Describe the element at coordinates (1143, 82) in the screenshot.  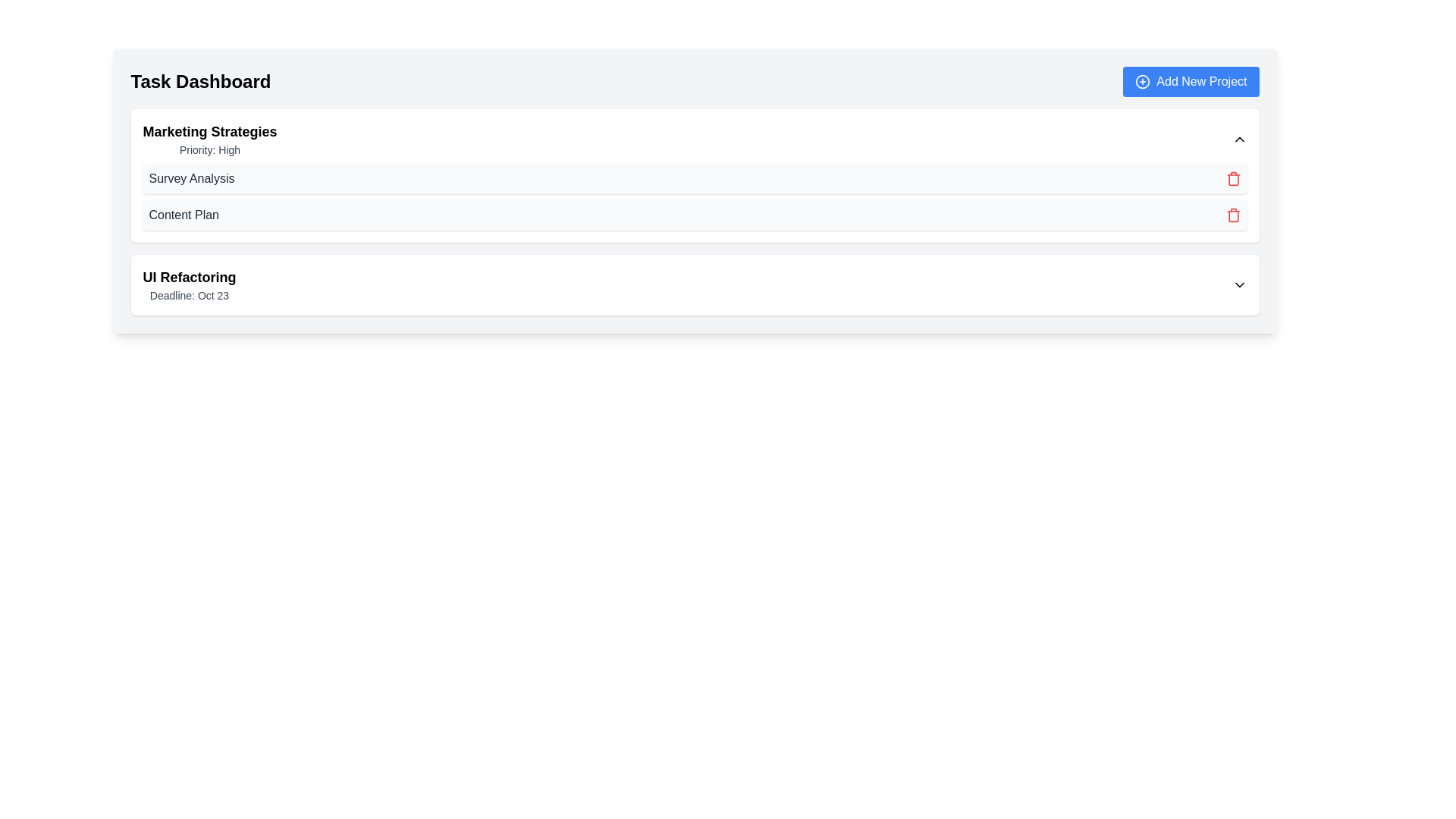
I see `the circular add icon with a plus sign, located just to the left of the 'Add New Project' text` at that location.